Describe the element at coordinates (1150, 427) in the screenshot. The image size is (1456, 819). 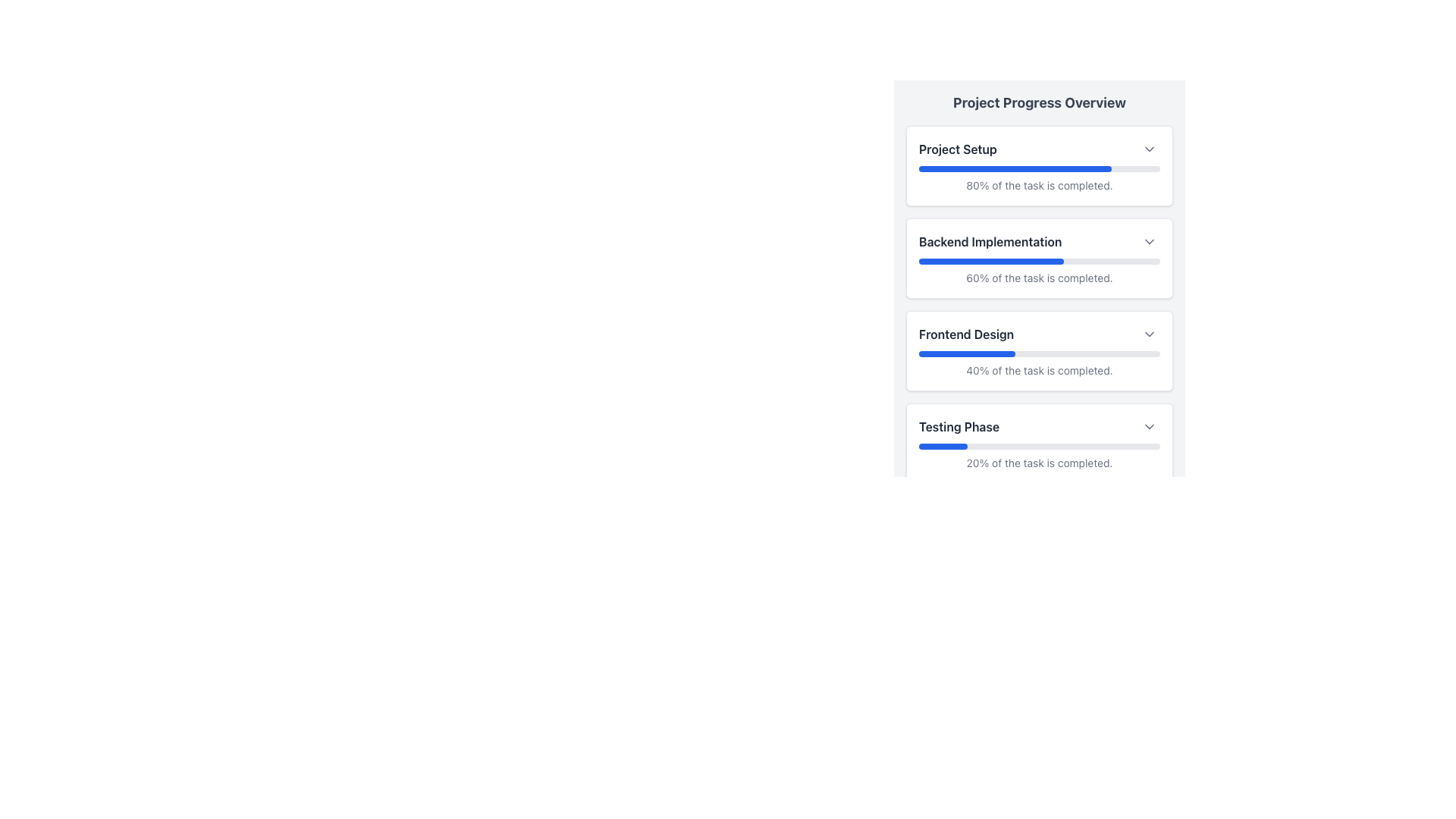
I see `the downward-facing chevron icon, which is aligned to the right of the Testing Phase label in the Project Progress Overview interface` at that location.